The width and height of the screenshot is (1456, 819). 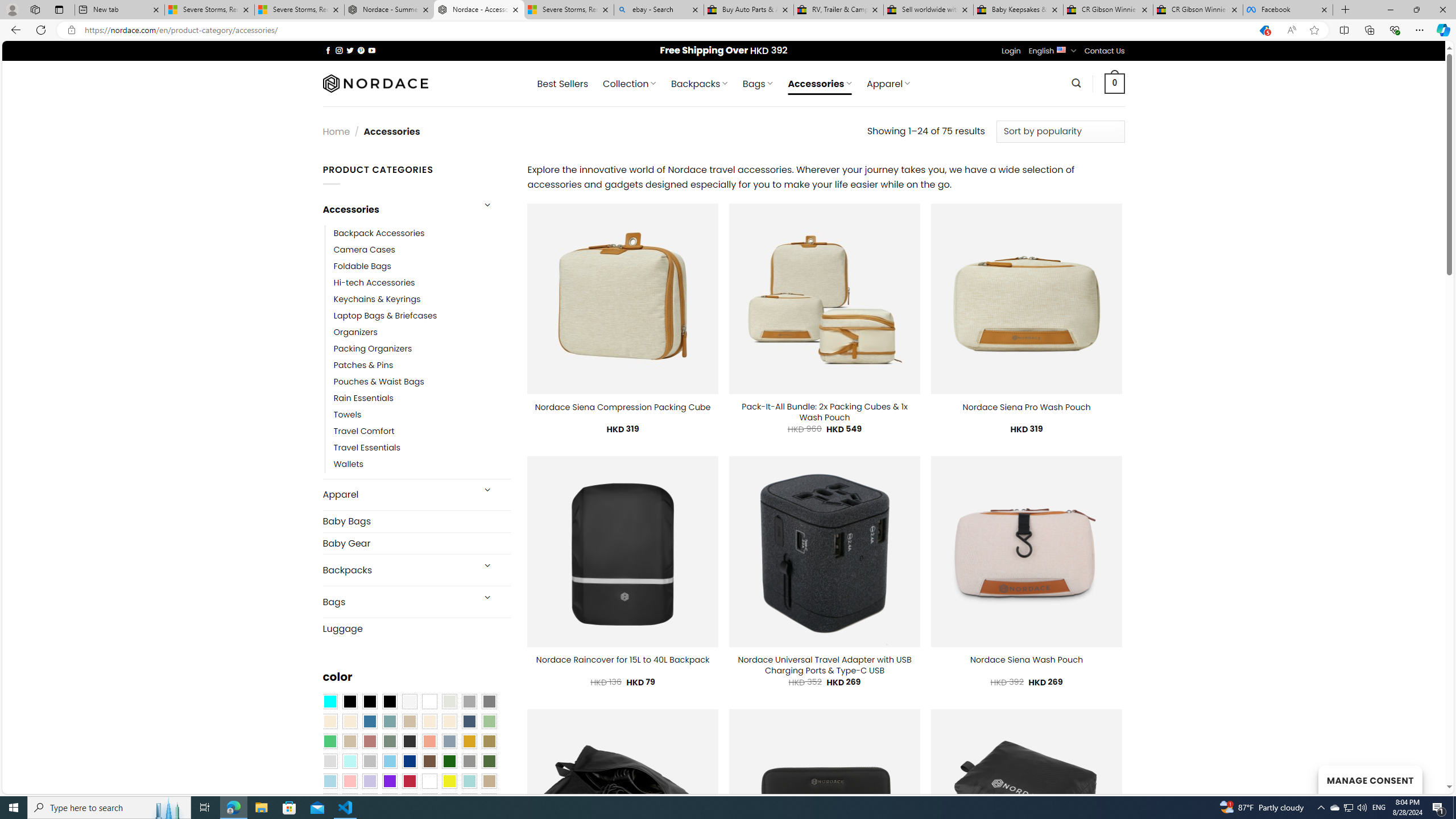 I want to click on 'Mint', so click(x=349, y=761).